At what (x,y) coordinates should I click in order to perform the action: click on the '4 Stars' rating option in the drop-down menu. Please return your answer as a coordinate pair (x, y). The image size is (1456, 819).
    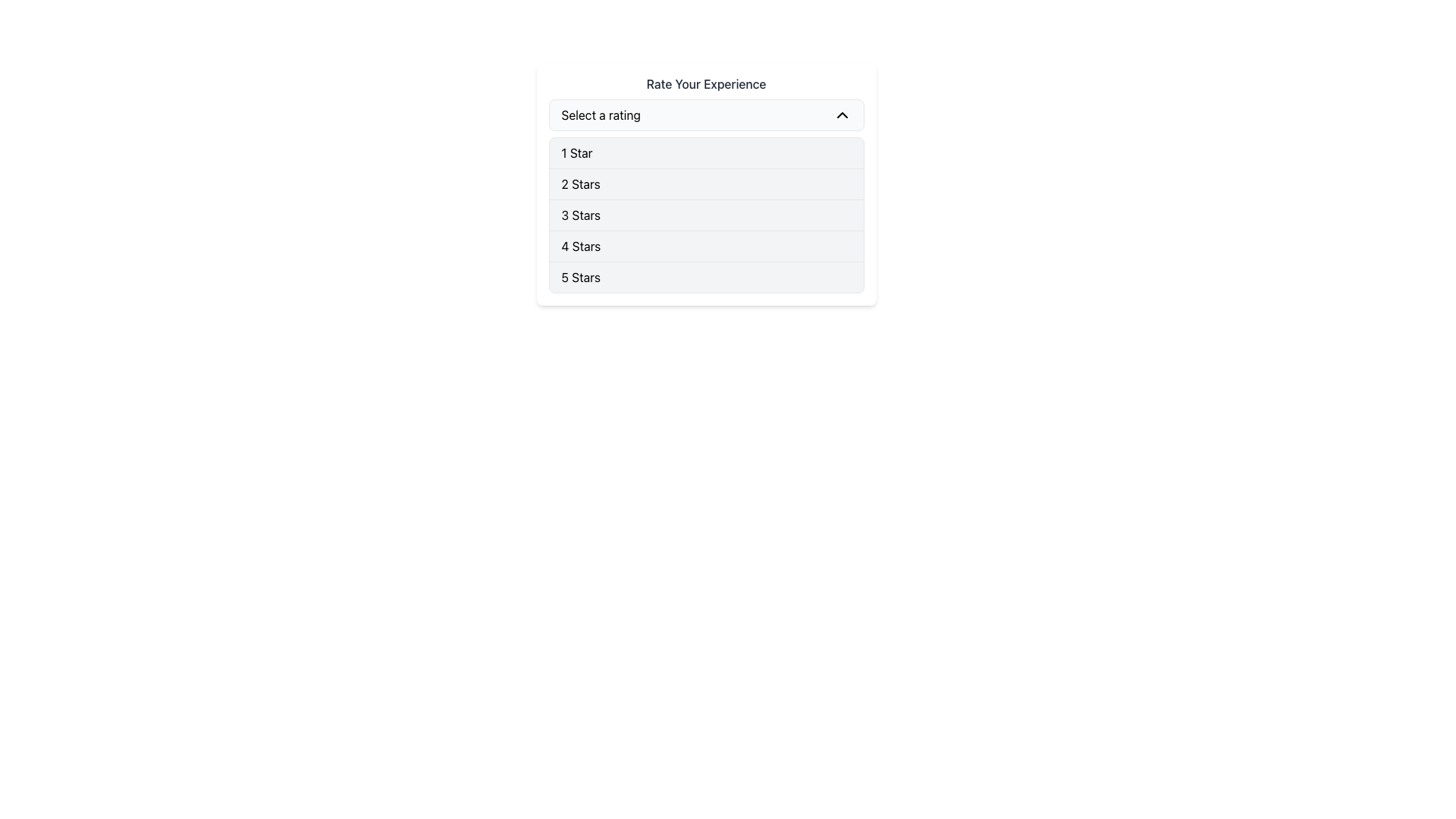
    Looking at the image, I should click on (580, 245).